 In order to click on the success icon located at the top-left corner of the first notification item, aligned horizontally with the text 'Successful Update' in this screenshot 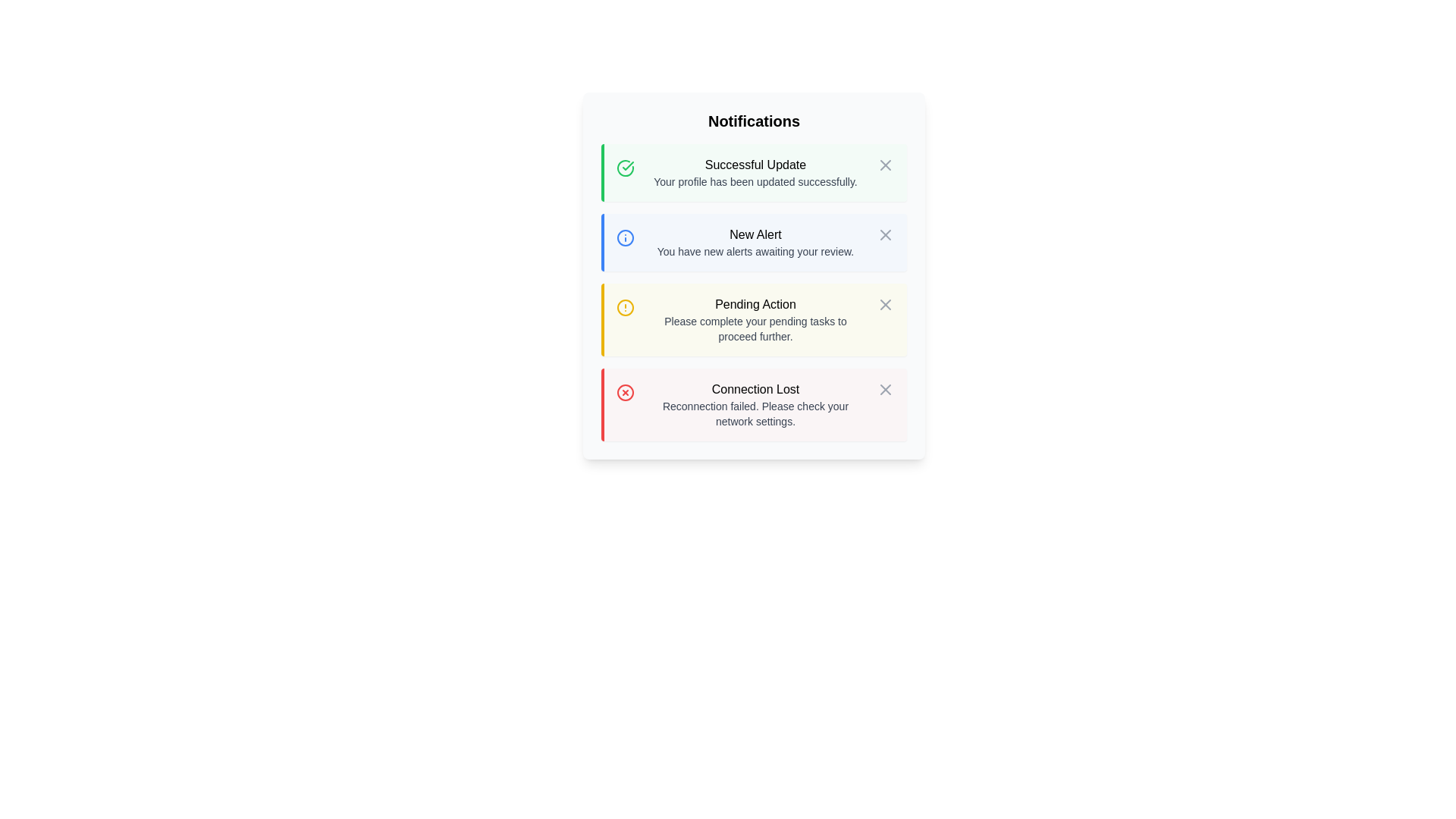, I will do `click(626, 168)`.